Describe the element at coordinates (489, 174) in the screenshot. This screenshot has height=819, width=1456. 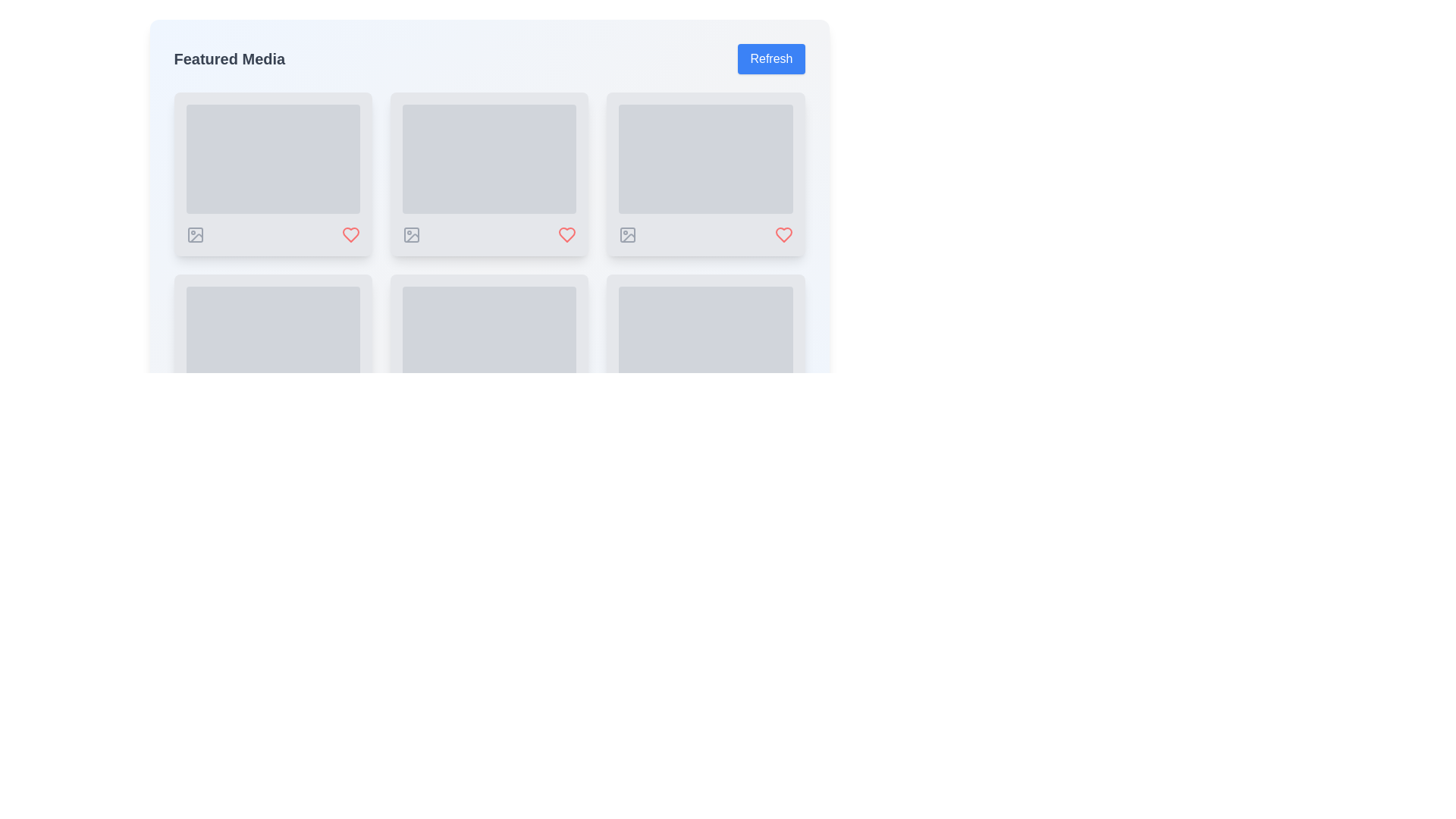
I see `the Card component located in the center column of the grid layout` at that location.